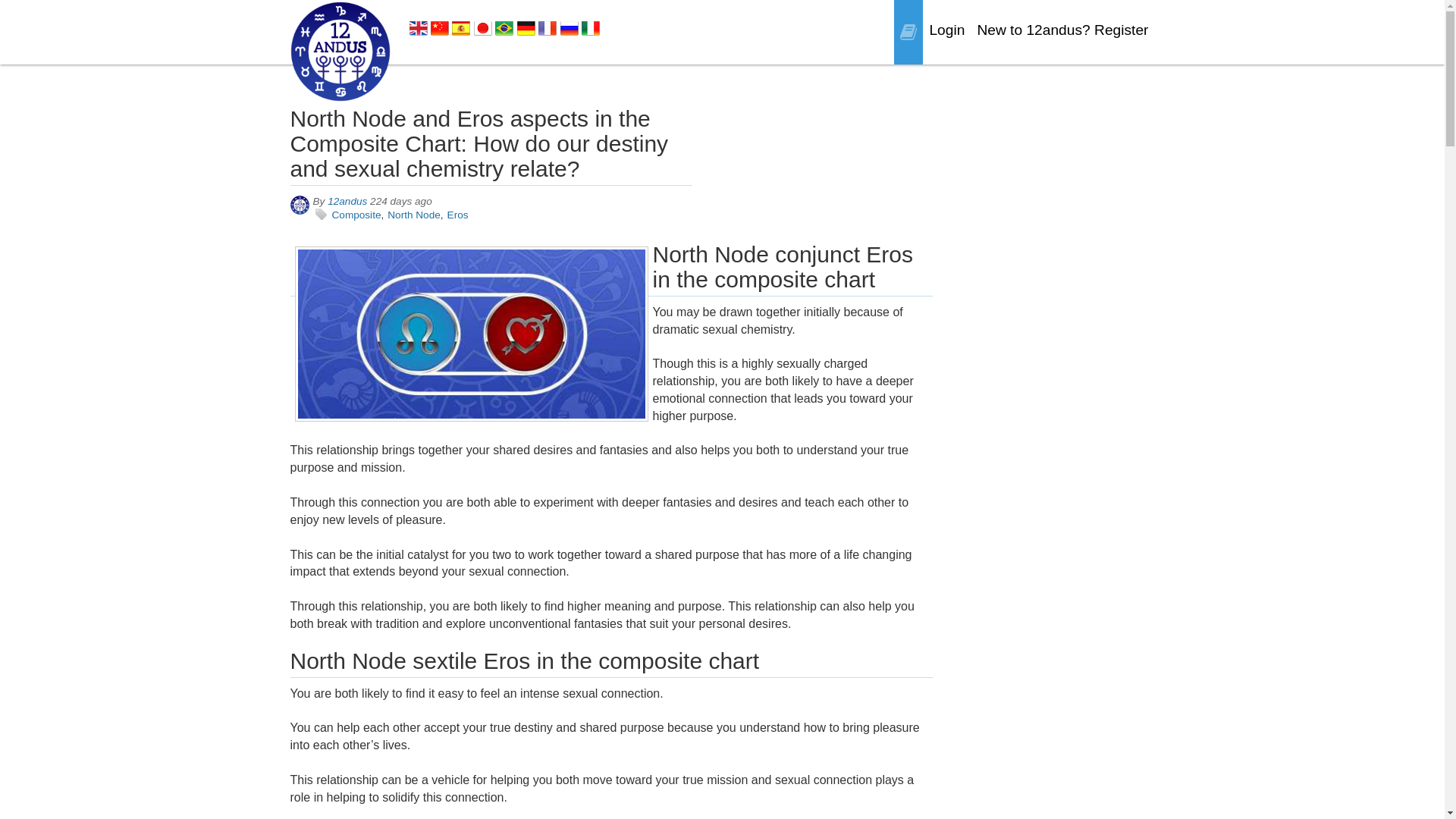 This screenshot has height=819, width=1456. I want to click on 'Chinese', so click(429, 27).